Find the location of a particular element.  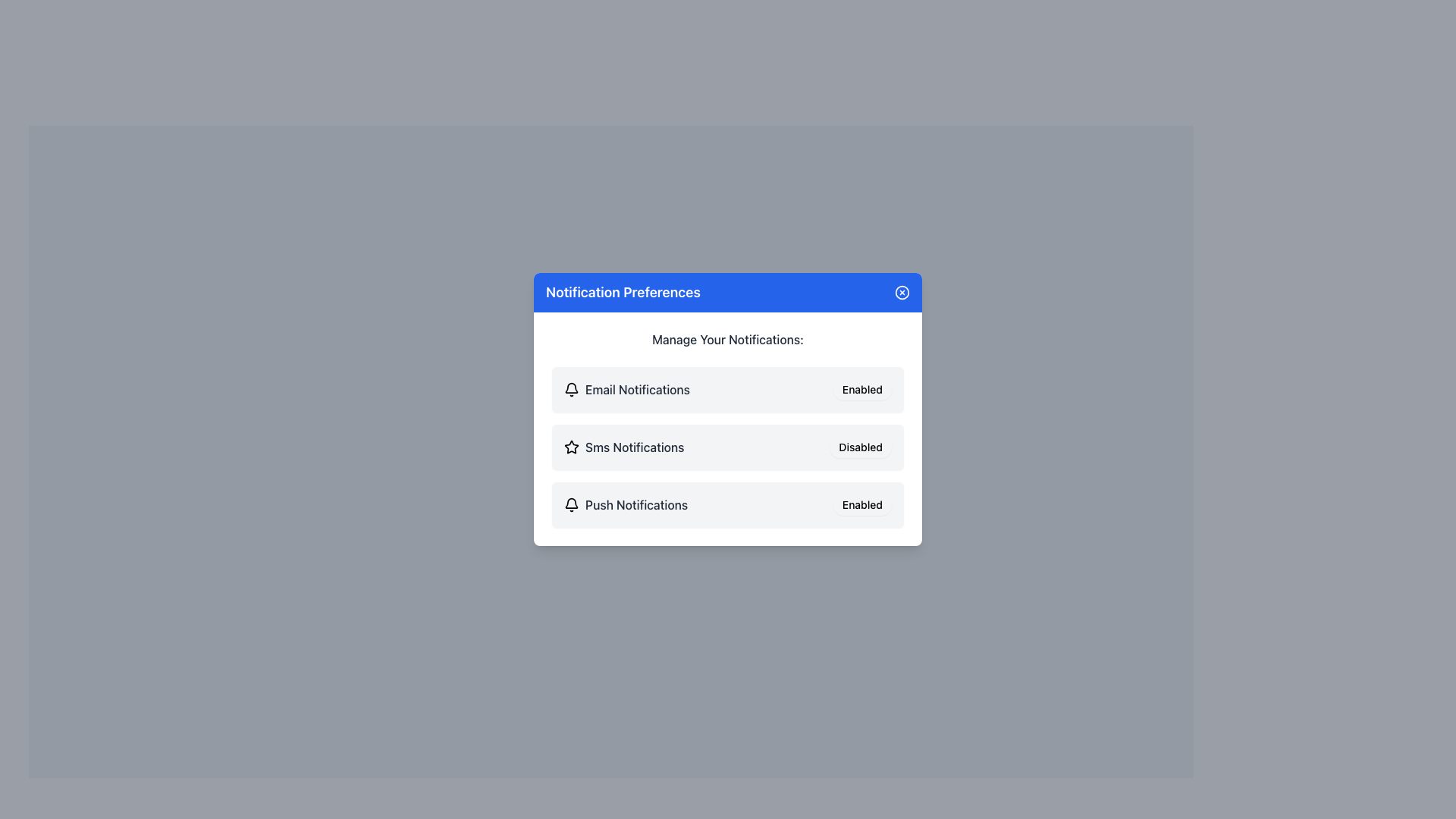

the Notification preference item for SMS notifications, which includes a toggle button is located at coordinates (728, 447).